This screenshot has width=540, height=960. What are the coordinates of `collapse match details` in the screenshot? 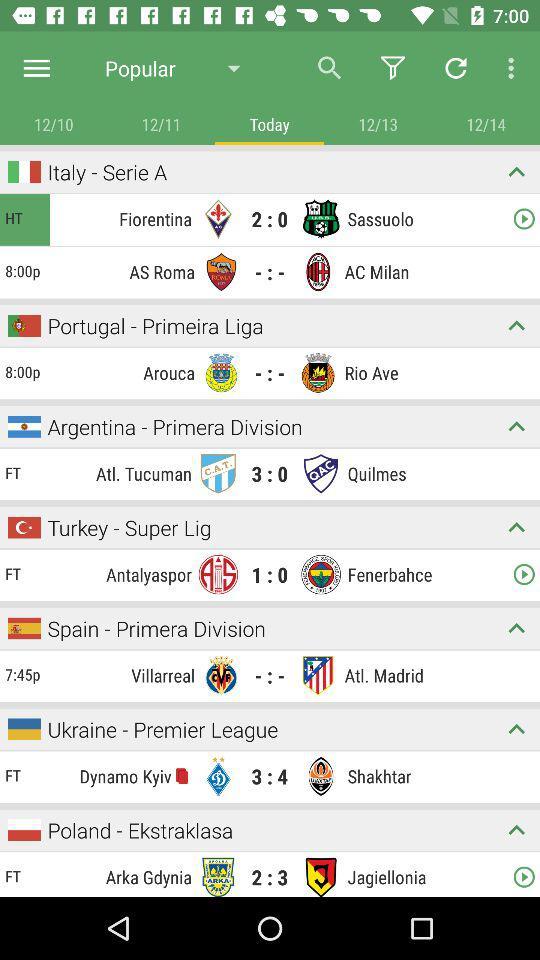 It's located at (516, 426).